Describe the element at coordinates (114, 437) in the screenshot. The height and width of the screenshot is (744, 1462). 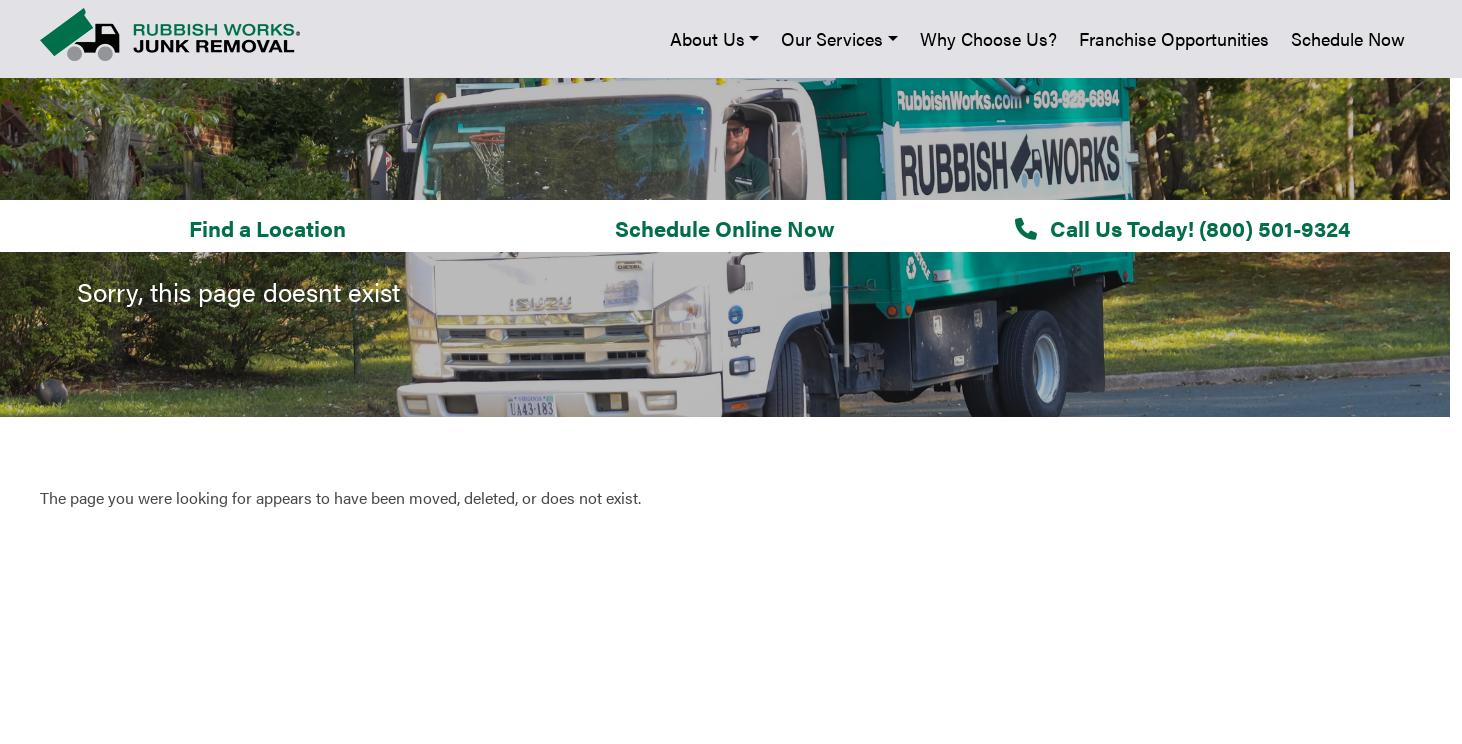
I see `'Franchise Opportunities'` at that location.